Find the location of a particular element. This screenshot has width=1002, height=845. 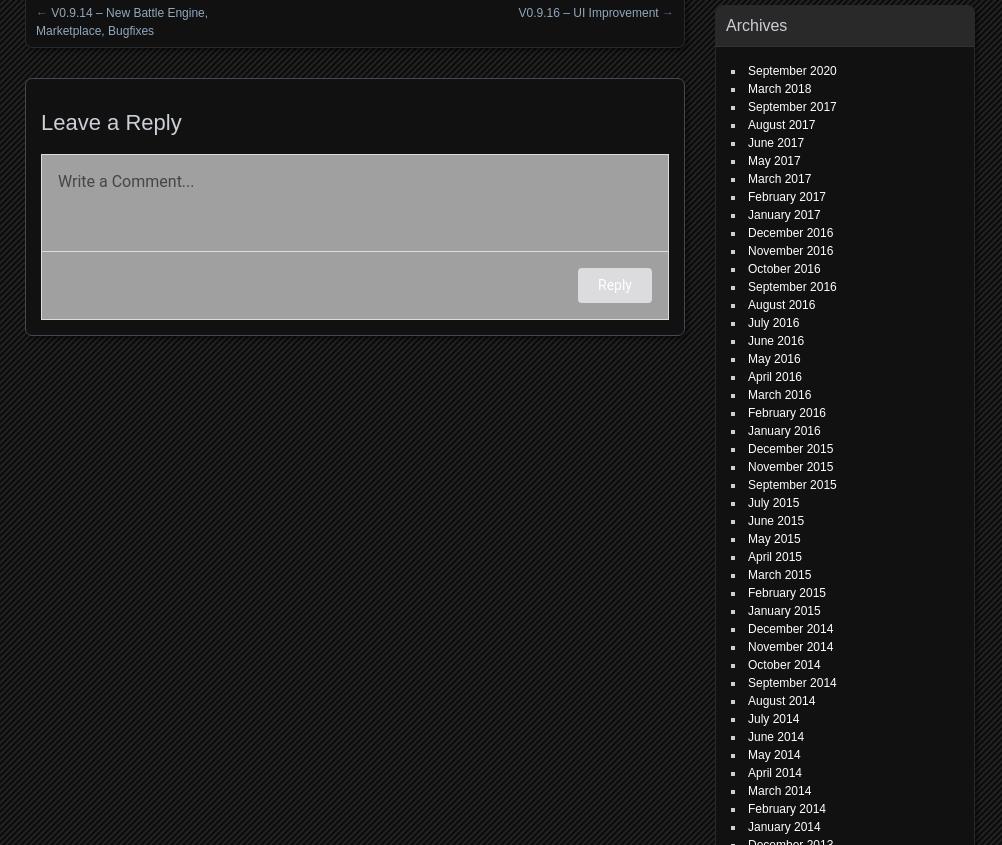

'V0.9.16 – UI Improvement' is located at coordinates (586, 12).